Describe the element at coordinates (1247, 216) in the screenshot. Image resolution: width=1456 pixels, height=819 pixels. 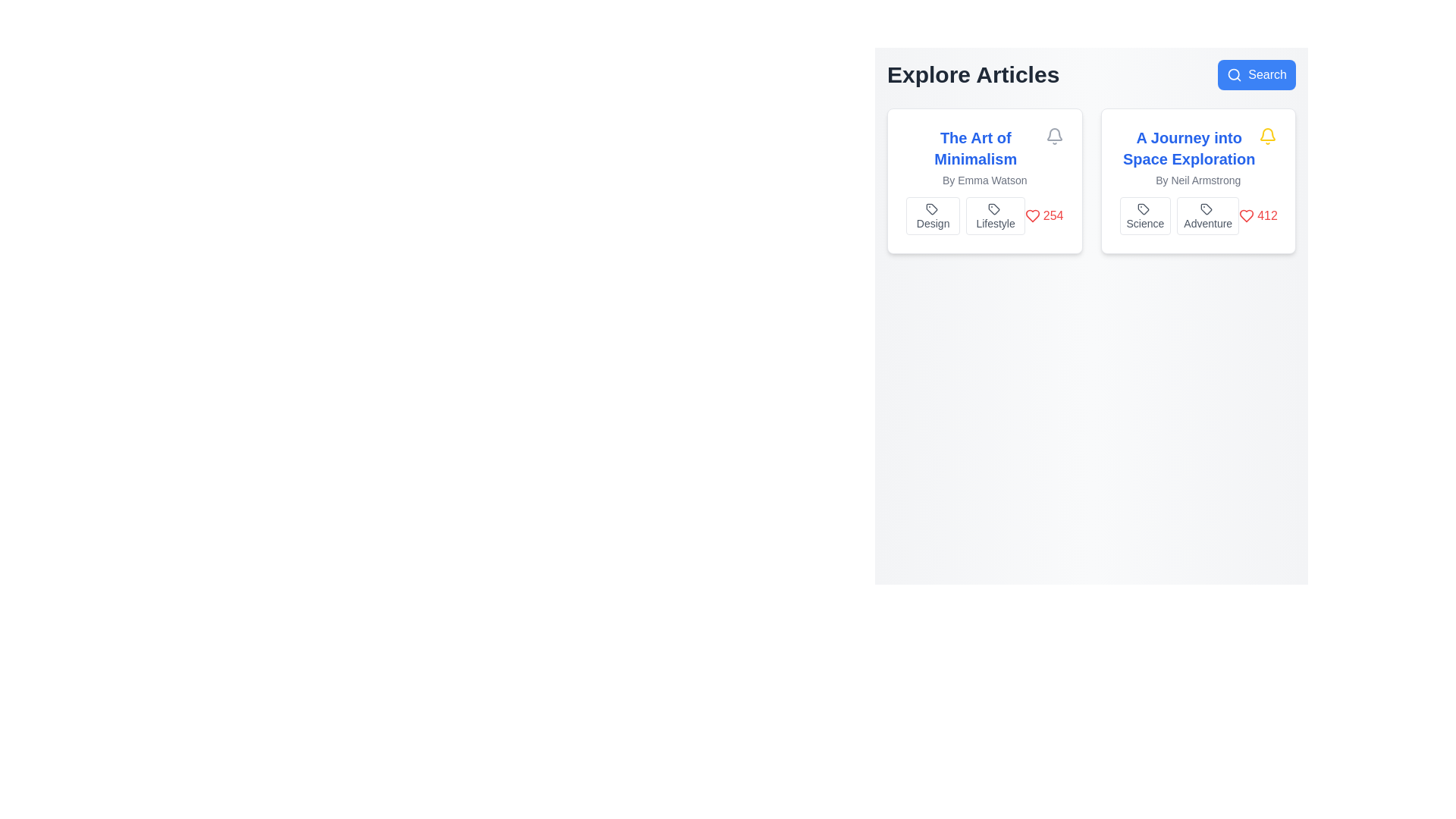
I see `the heart icon outlined in red, located next to the text '412' within the card titled 'A Journey into Space Exploration'` at that location.